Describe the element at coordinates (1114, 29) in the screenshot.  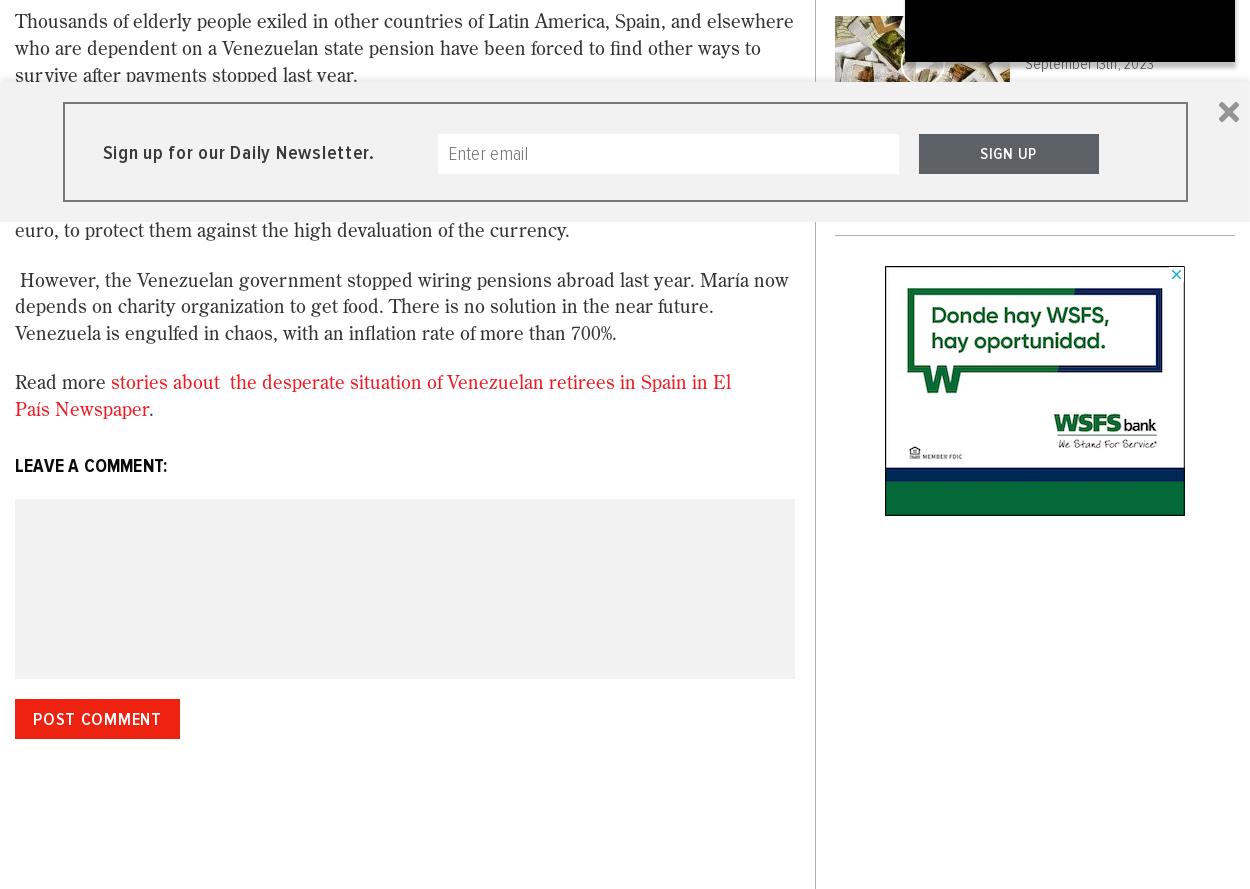
I see `'Piñatas For Everyone'` at that location.